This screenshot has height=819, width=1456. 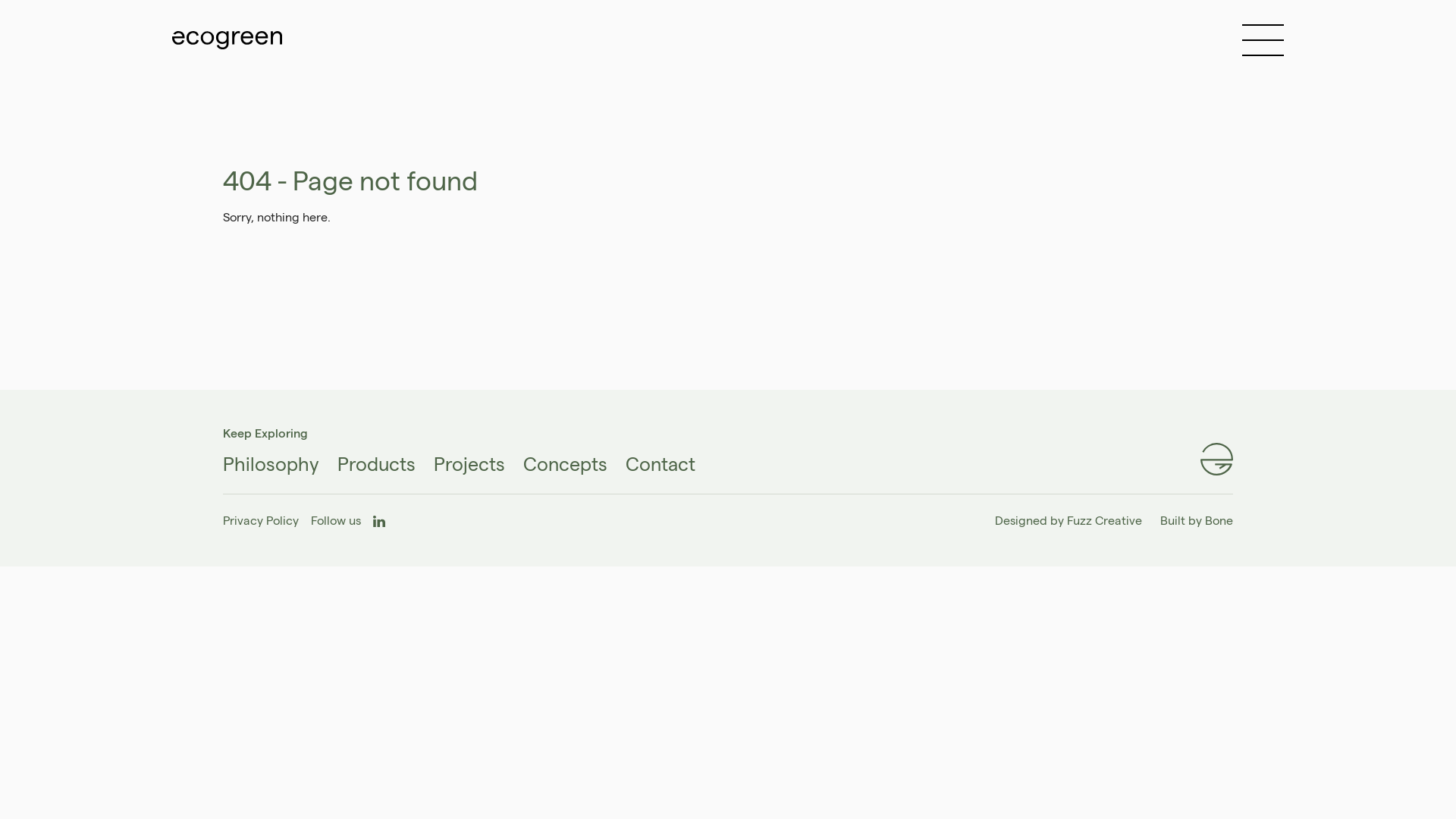 I want to click on 'Philosophy', so click(x=271, y=463).